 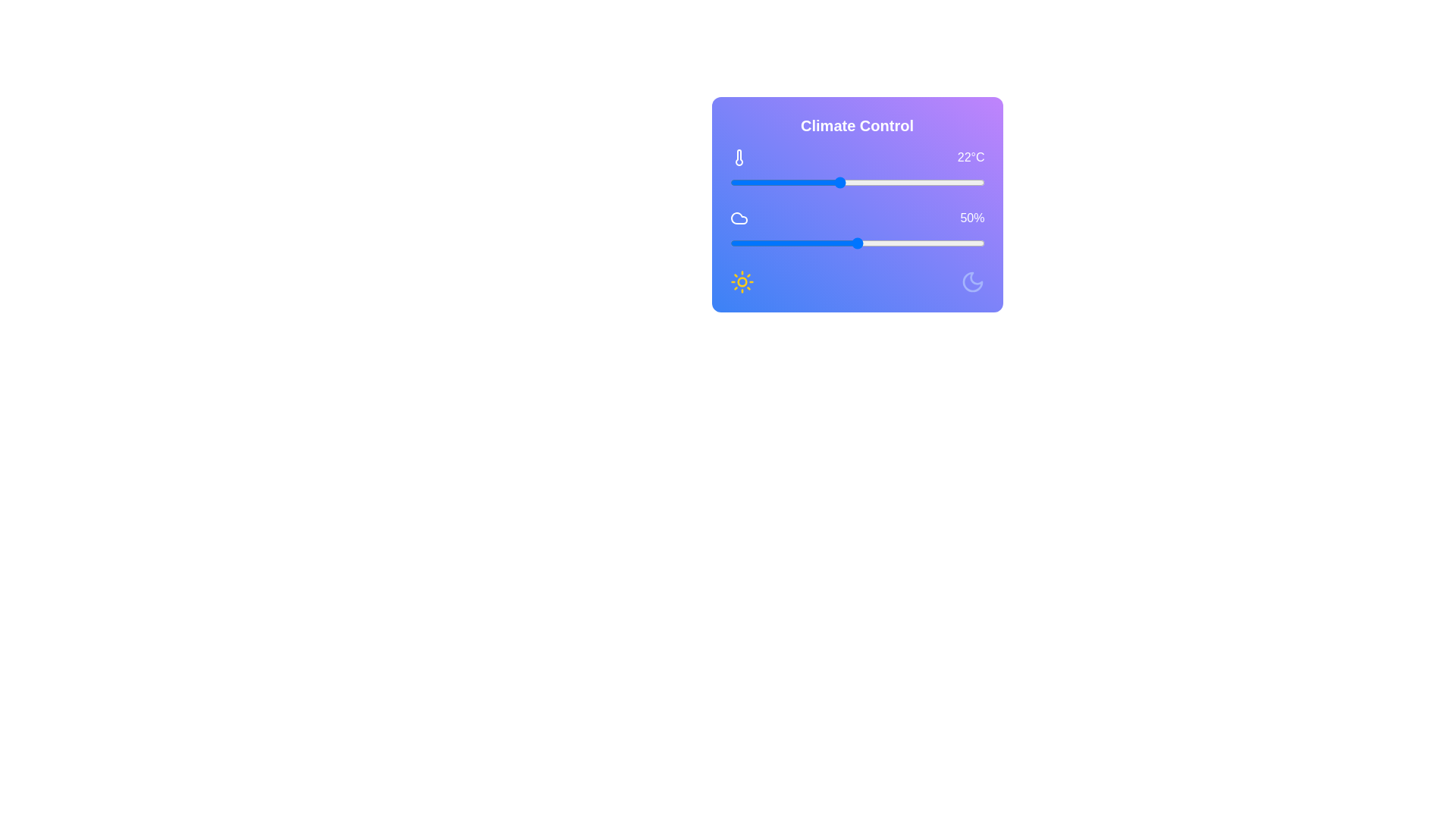 What do you see at coordinates (739, 158) in the screenshot?
I see `the thermometer icon located at the top-left corner of the climate control panel, which is outlined in a contrasting color and has a '22°C' label to its right` at bounding box center [739, 158].